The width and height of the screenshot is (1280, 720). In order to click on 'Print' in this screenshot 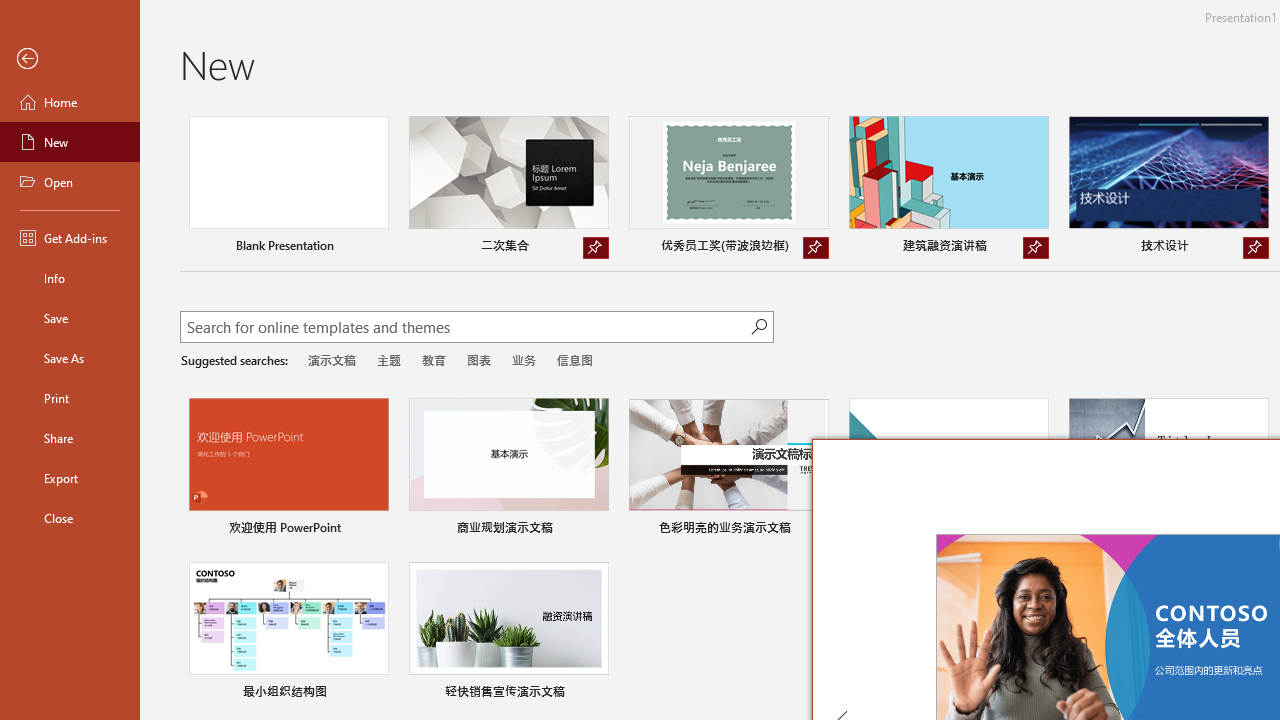, I will do `click(69, 398)`.